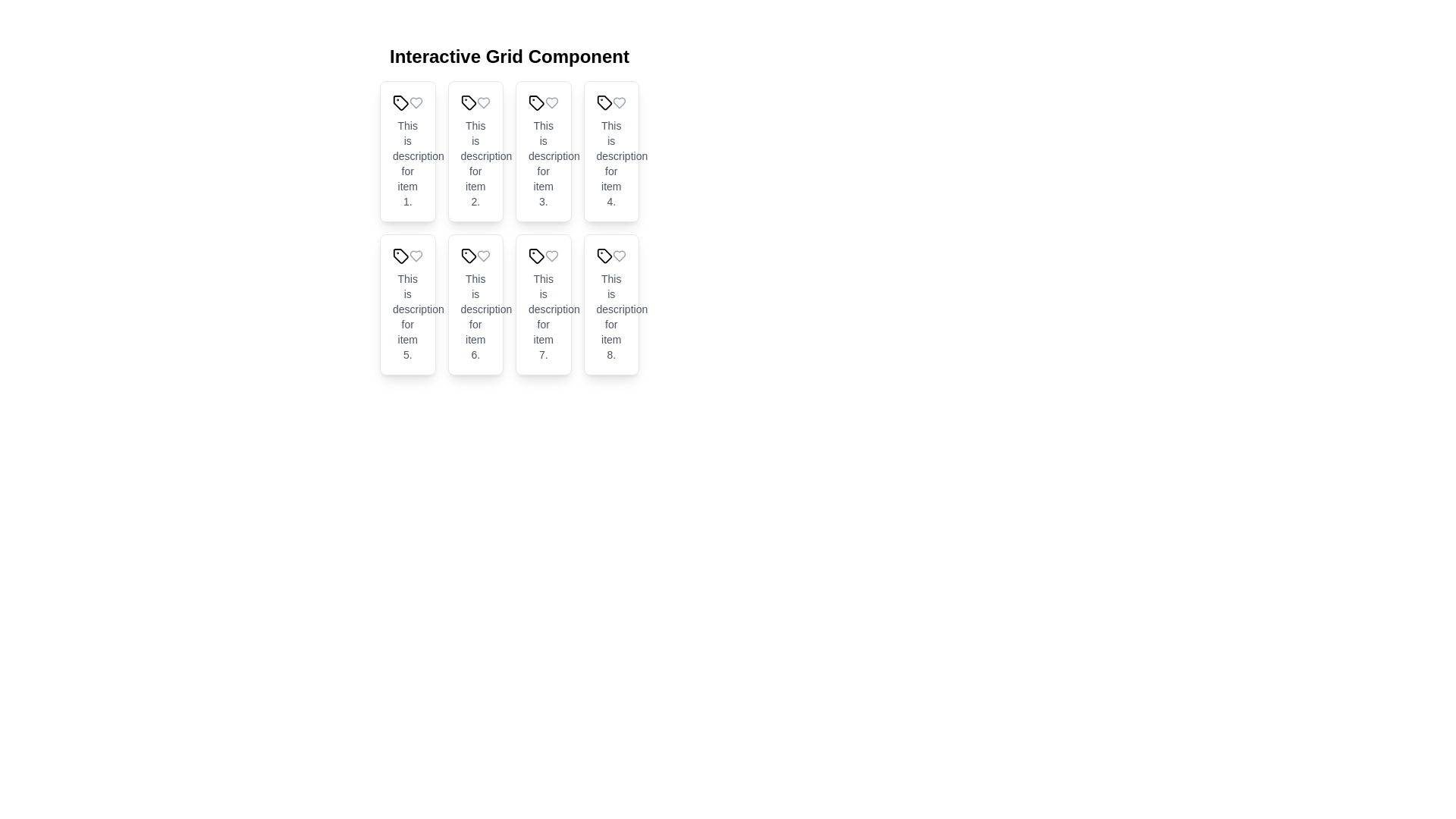  Describe the element at coordinates (619, 102) in the screenshot. I see `the heart icon in the upper-right corner of the fourth card in the grid layout` at that location.